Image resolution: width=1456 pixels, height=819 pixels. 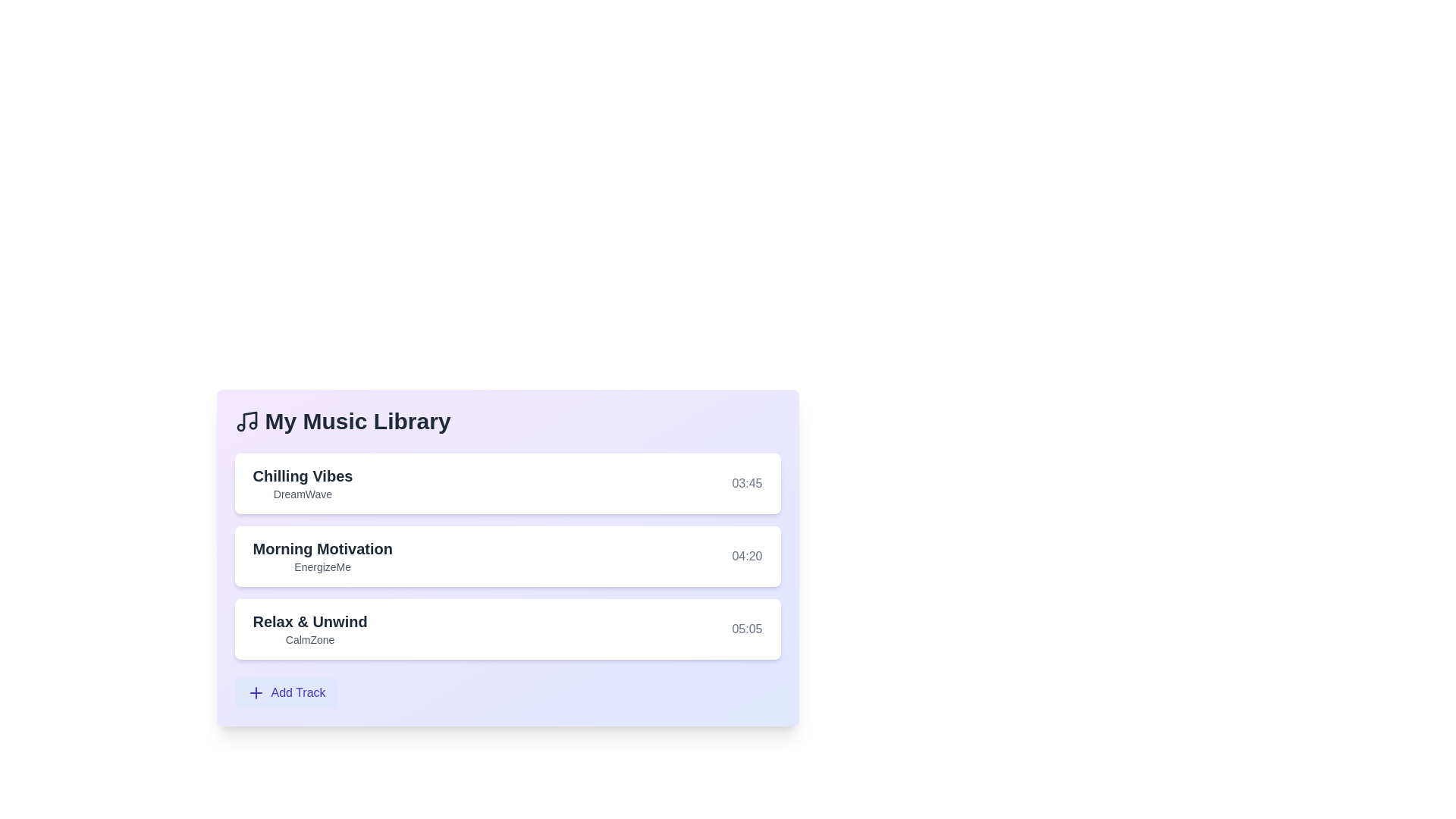 What do you see at coordinates (507, 556) in the screenshot?
I see `the track titled 'Morning Motivation' to observe the scaling effect` at bounding box center [507, 556].